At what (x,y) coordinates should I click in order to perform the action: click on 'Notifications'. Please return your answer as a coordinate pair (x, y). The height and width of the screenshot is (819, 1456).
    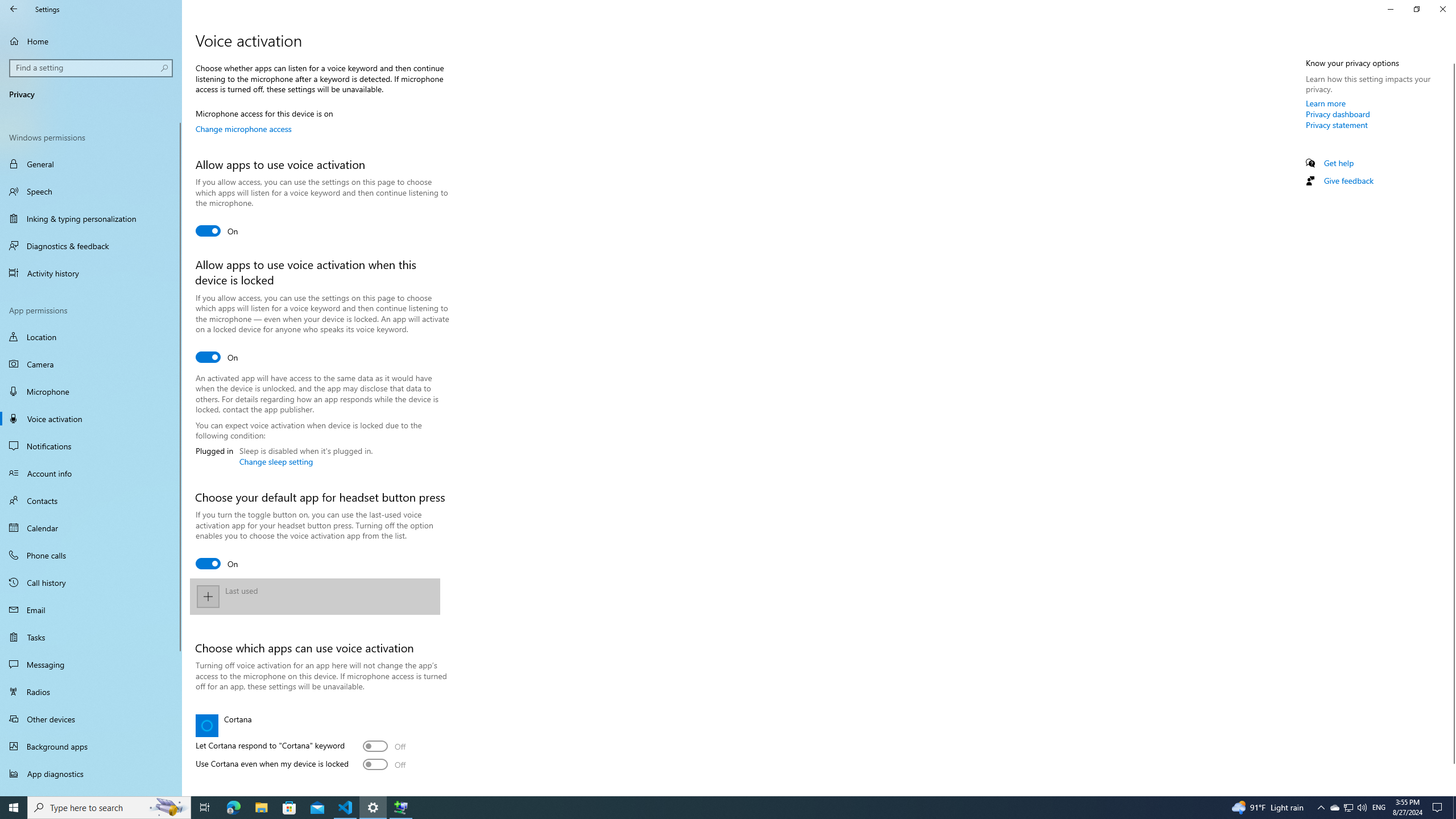
    Looking at the image, I should click on (90, 446).